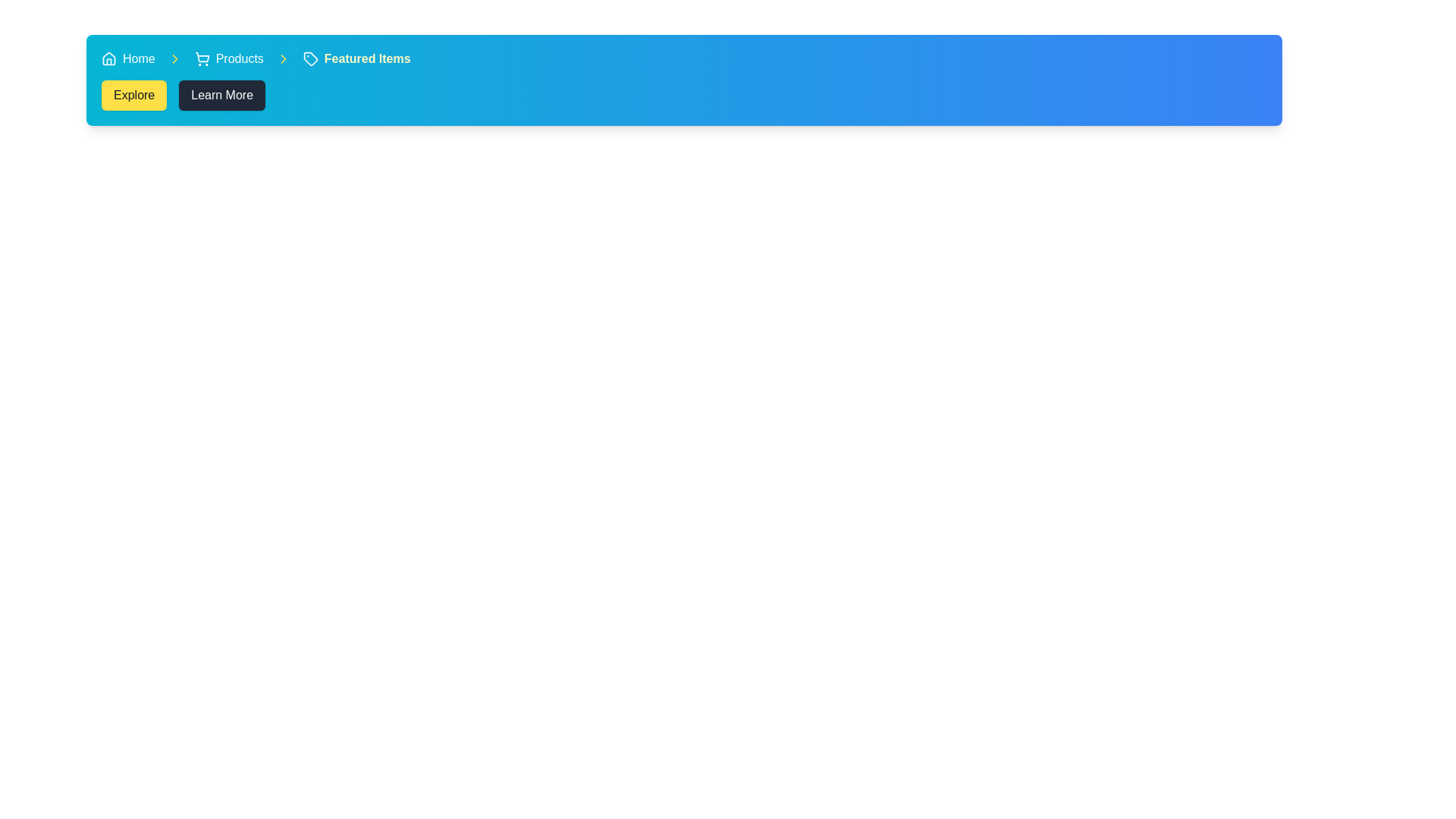 The image size is (1456, 819). I want to click on the tag icon located in the navigation breadcrumb bar before the 'Featured Items' text, so click(309, 58).